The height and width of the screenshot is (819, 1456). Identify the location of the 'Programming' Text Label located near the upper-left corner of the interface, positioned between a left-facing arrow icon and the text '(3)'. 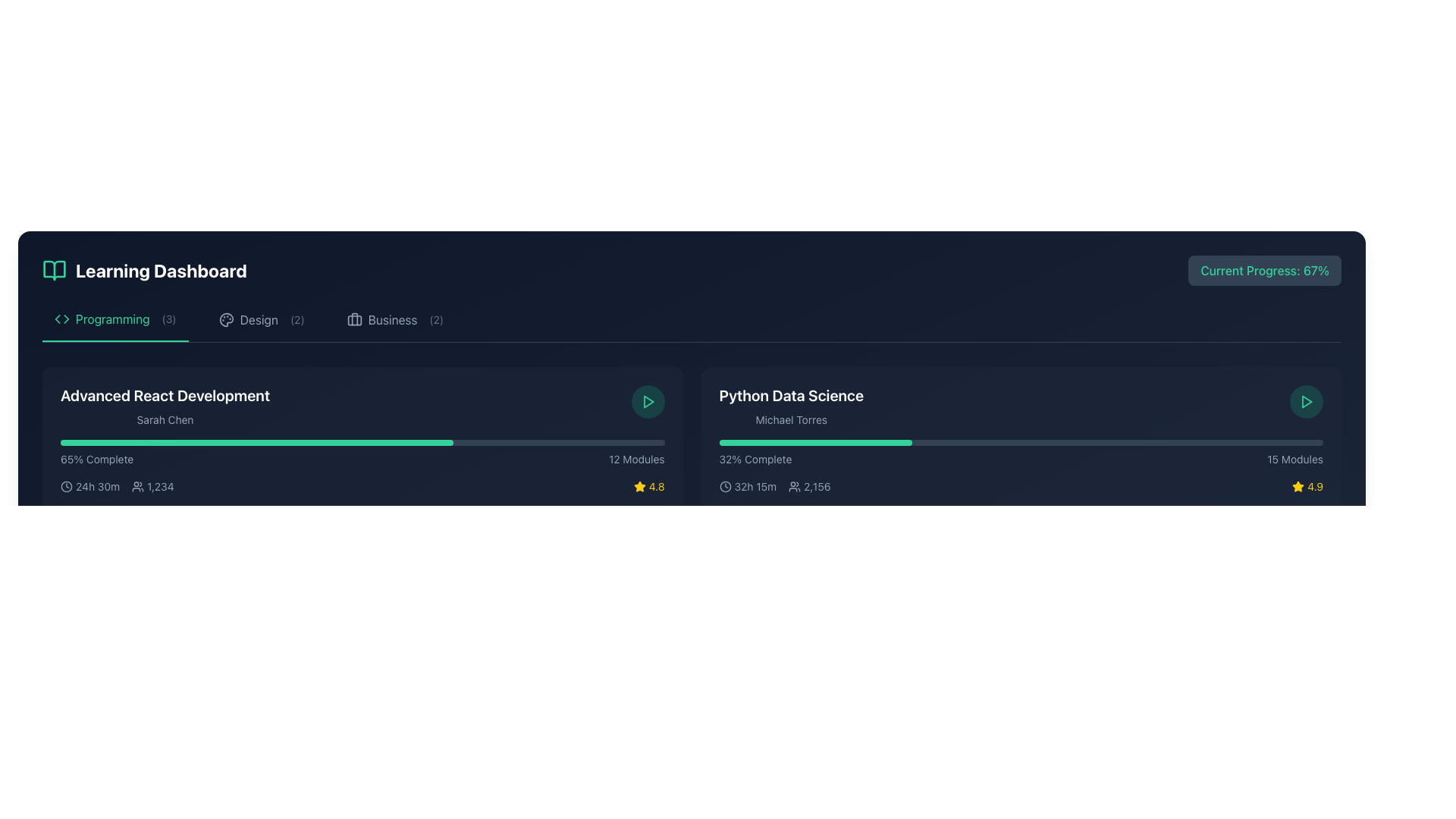
(111, 318).